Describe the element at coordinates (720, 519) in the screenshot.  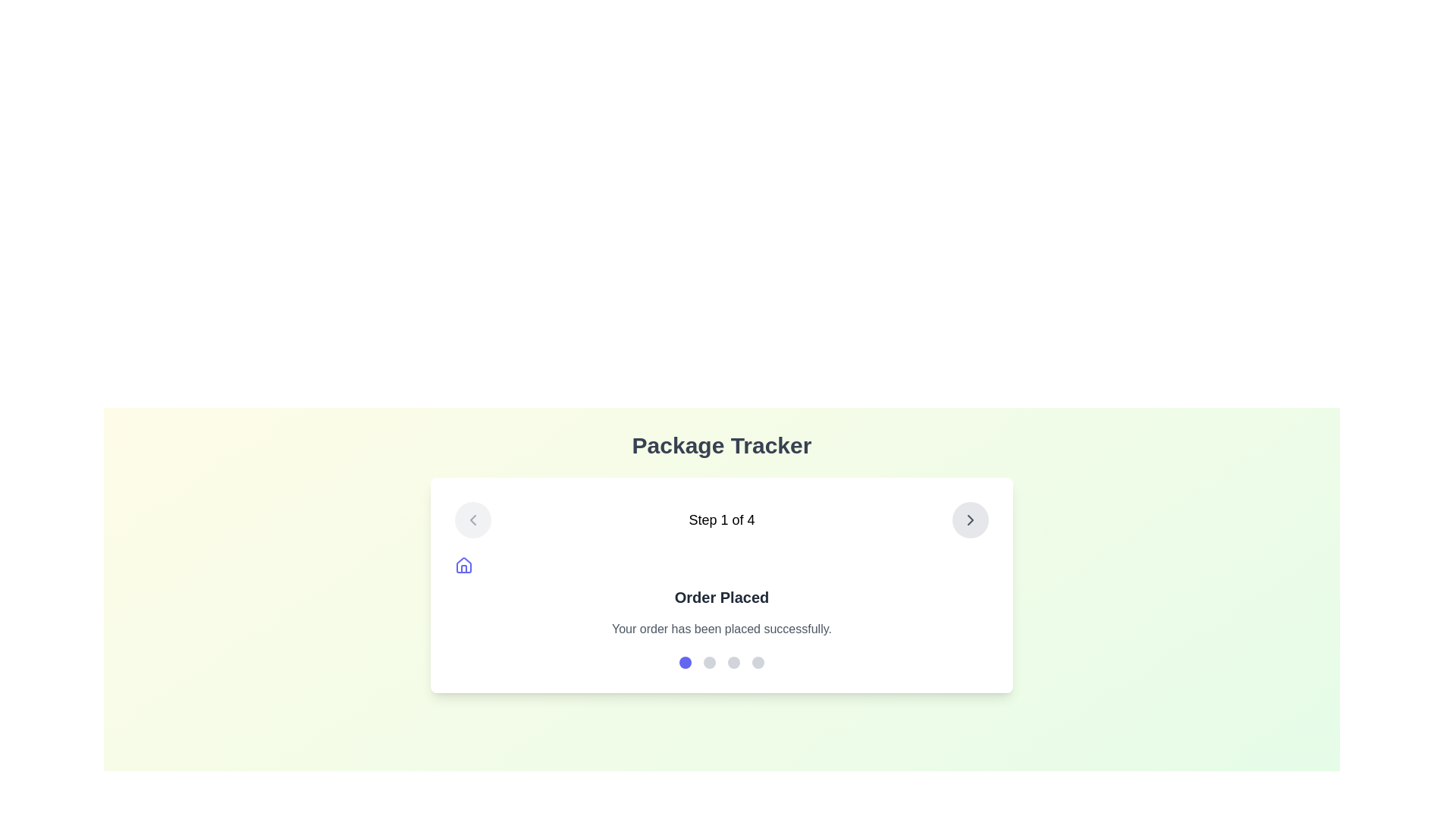
I see `the static text label that indicates the user's current step in the multi-step process, located centrally between two circular arrow buttons on a horizontal alignment bar` at that location.